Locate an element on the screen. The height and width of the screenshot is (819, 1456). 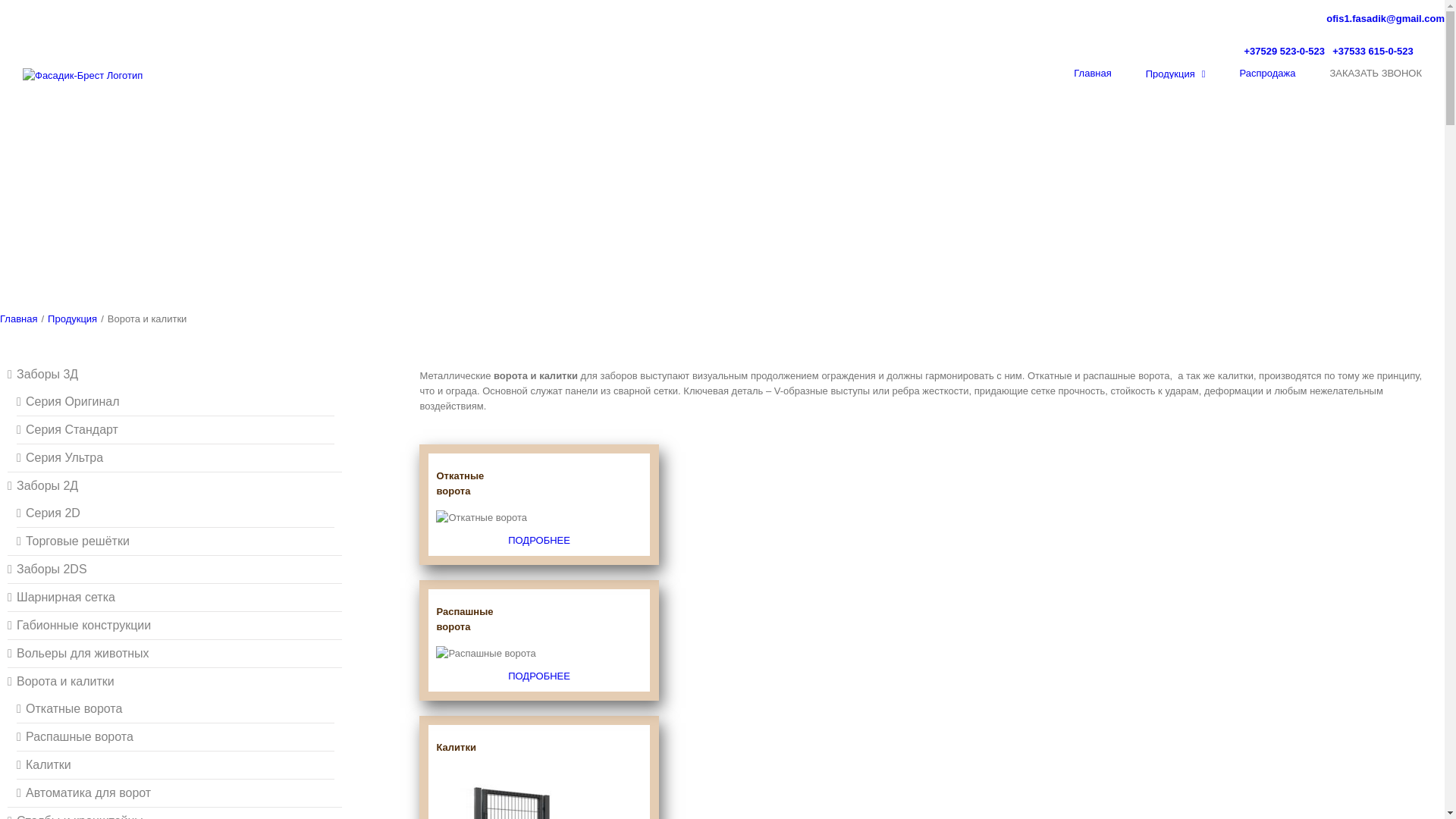
'+37533 615-0-523' is located at coordinates (1329, 50).